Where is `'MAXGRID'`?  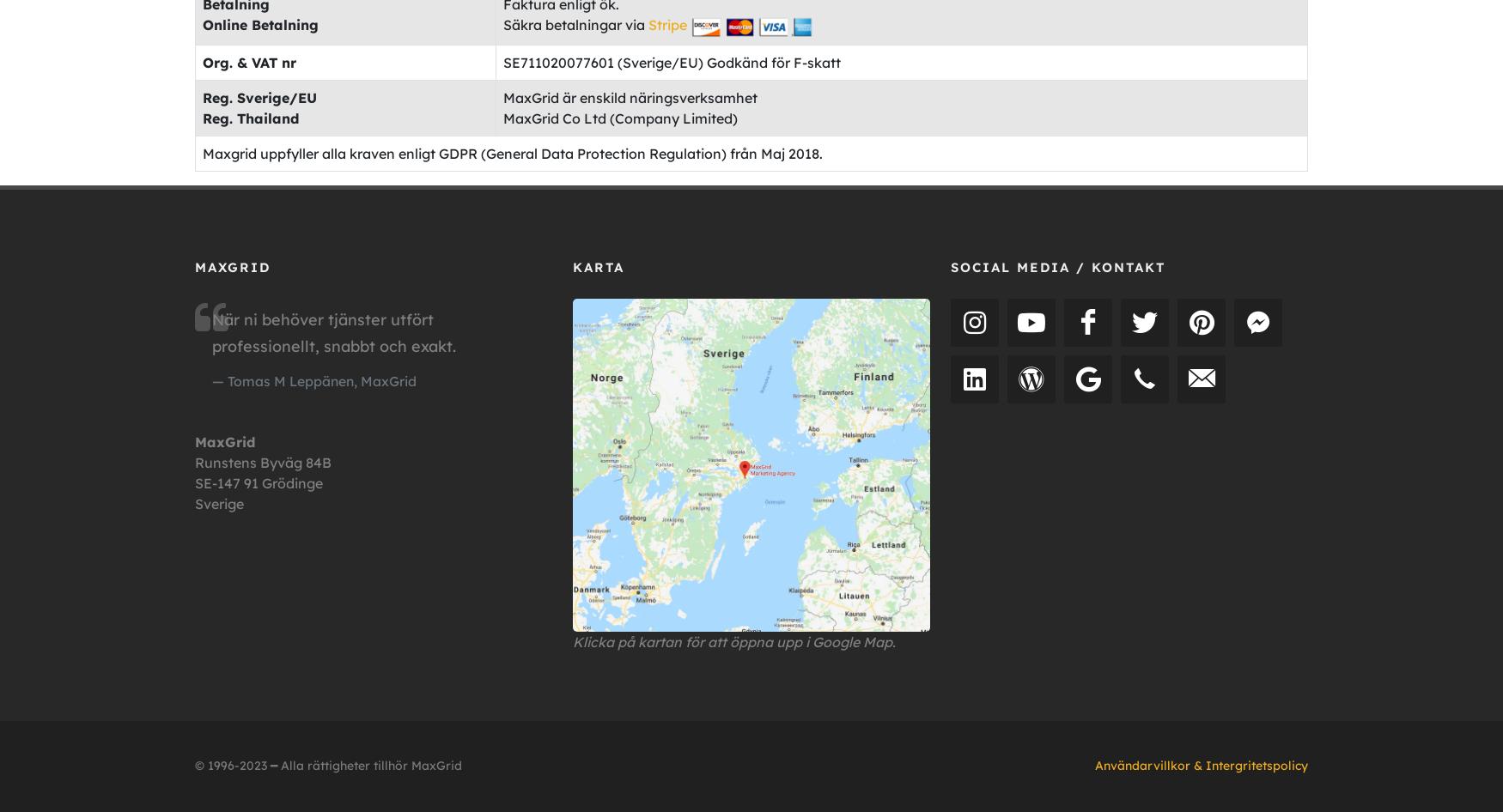
'MAXGRID' is located at coordinates (232, 265).